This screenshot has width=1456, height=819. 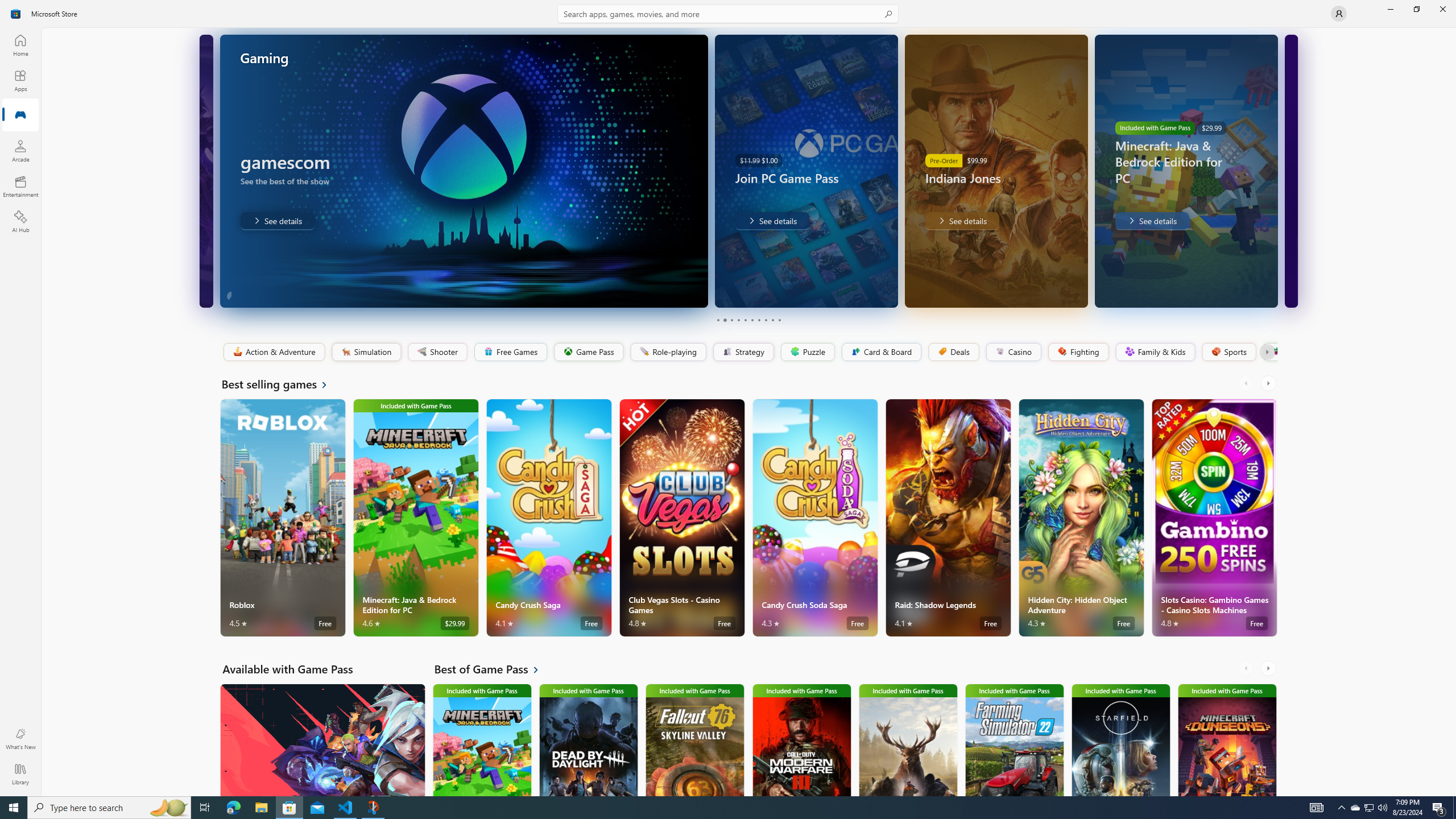 I want to click on 'Available with Game Pass. VALORANT', so click(x=322, y=740).